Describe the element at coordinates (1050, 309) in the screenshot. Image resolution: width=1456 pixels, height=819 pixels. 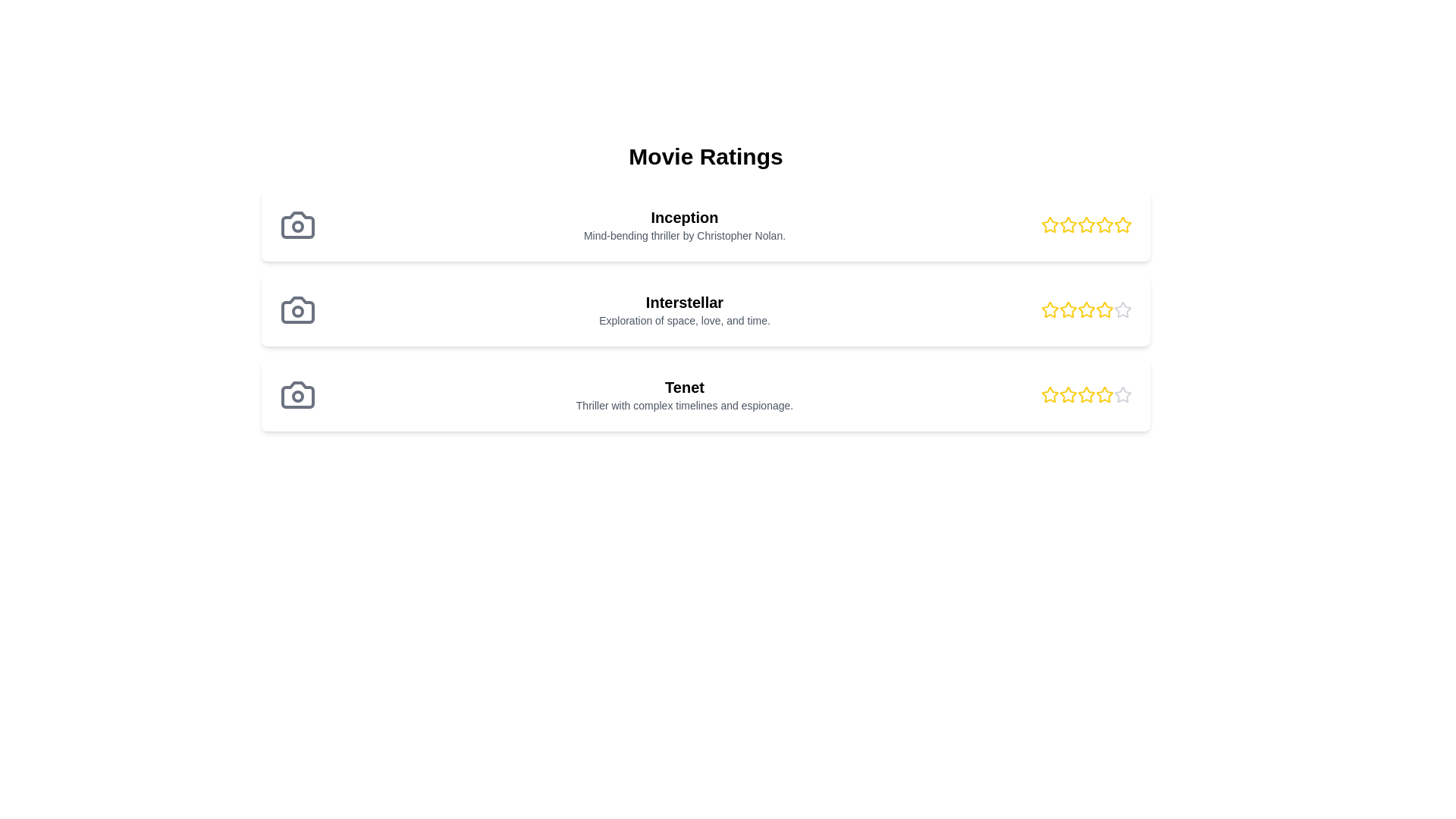
I see `the second star in the rating system next to the 'Interstellar' movie title` at that location.